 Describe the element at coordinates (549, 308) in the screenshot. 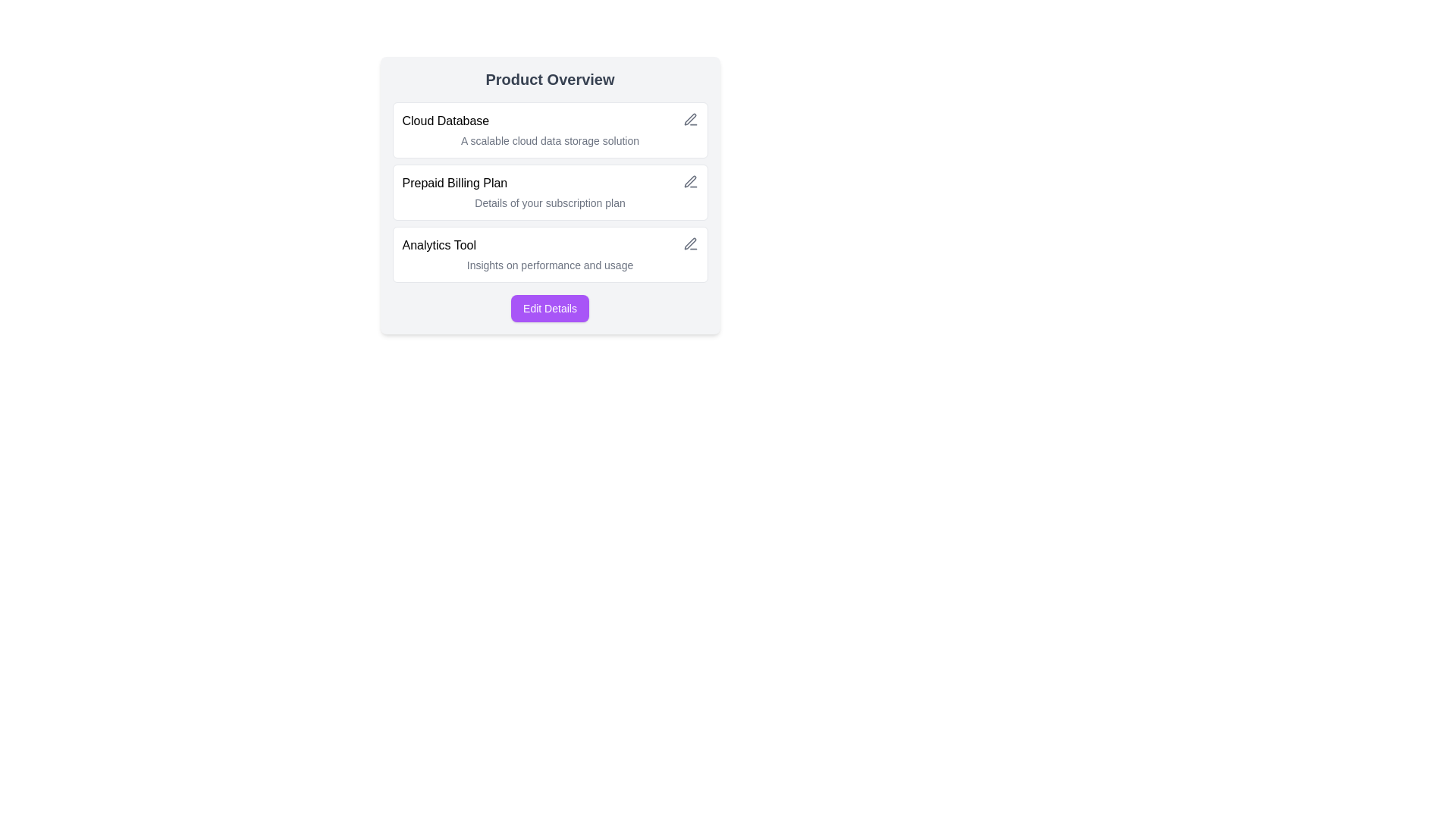

I see `the centrally positioned edit button at the bottom of the card to initiate the editing action` at that location.